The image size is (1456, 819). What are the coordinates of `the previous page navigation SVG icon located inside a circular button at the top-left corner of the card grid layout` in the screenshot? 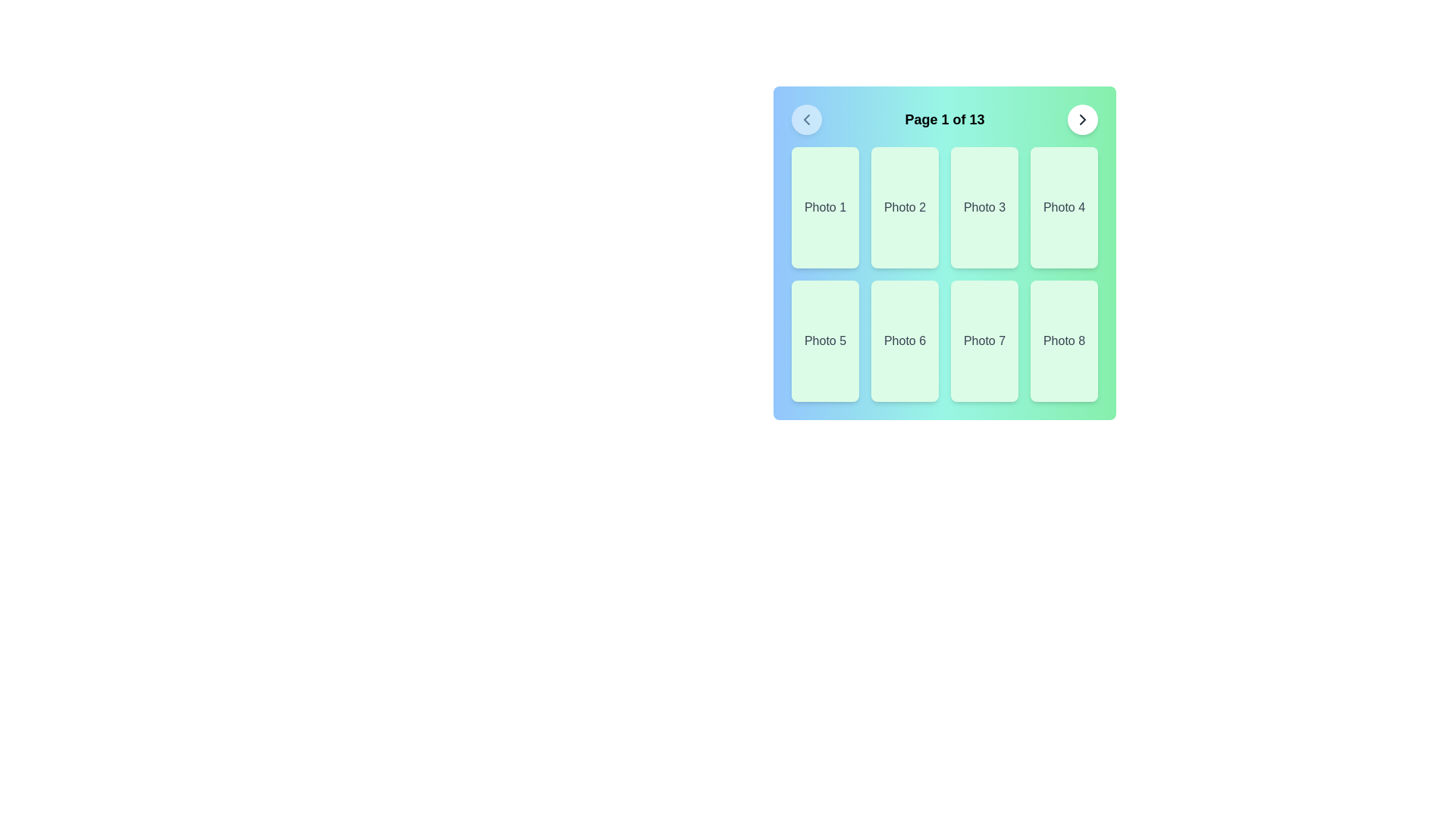 It's located at (806, 119).